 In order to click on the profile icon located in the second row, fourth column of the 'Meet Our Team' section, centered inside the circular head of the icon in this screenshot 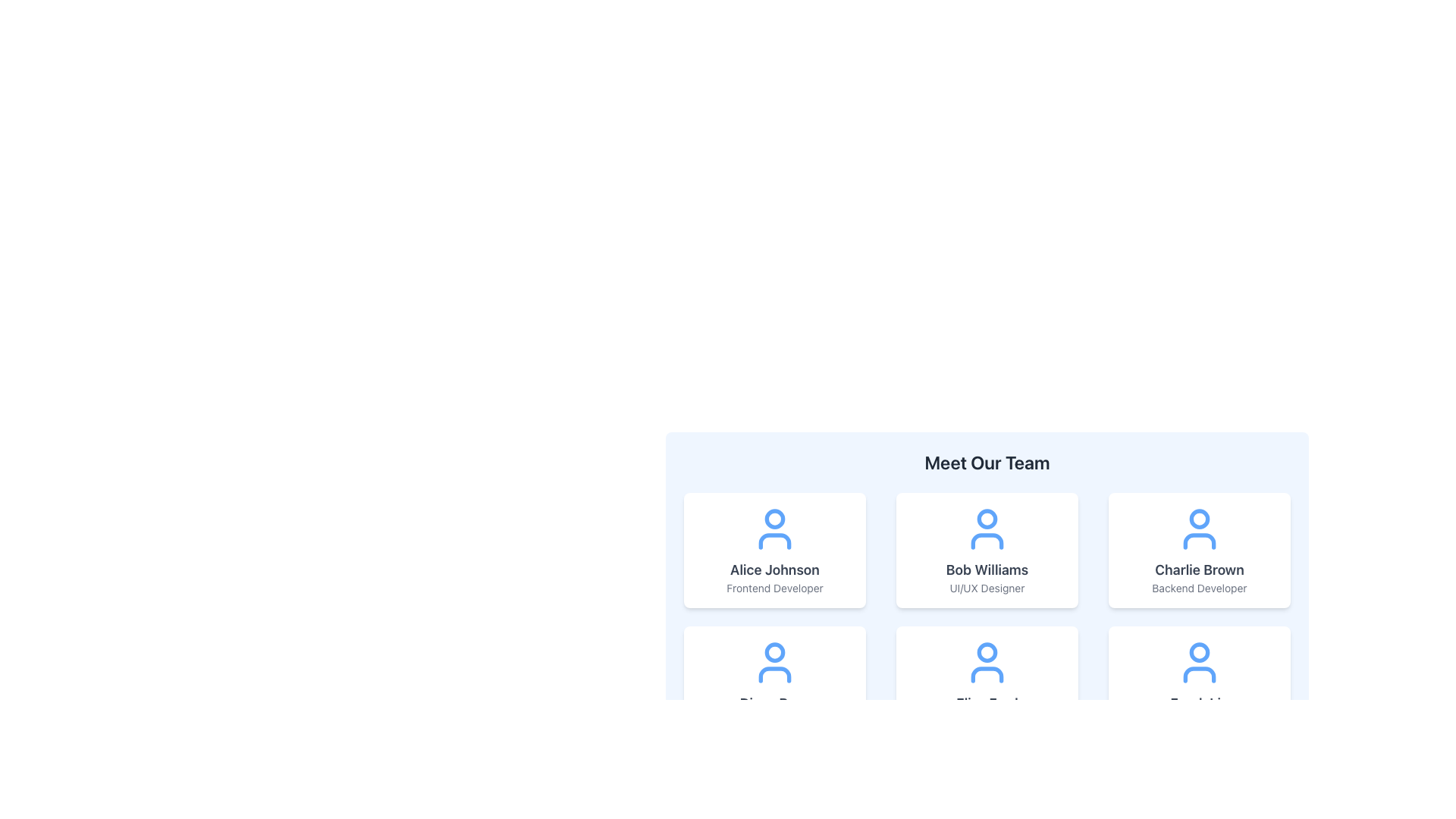, I will do `click(987, 651)`.